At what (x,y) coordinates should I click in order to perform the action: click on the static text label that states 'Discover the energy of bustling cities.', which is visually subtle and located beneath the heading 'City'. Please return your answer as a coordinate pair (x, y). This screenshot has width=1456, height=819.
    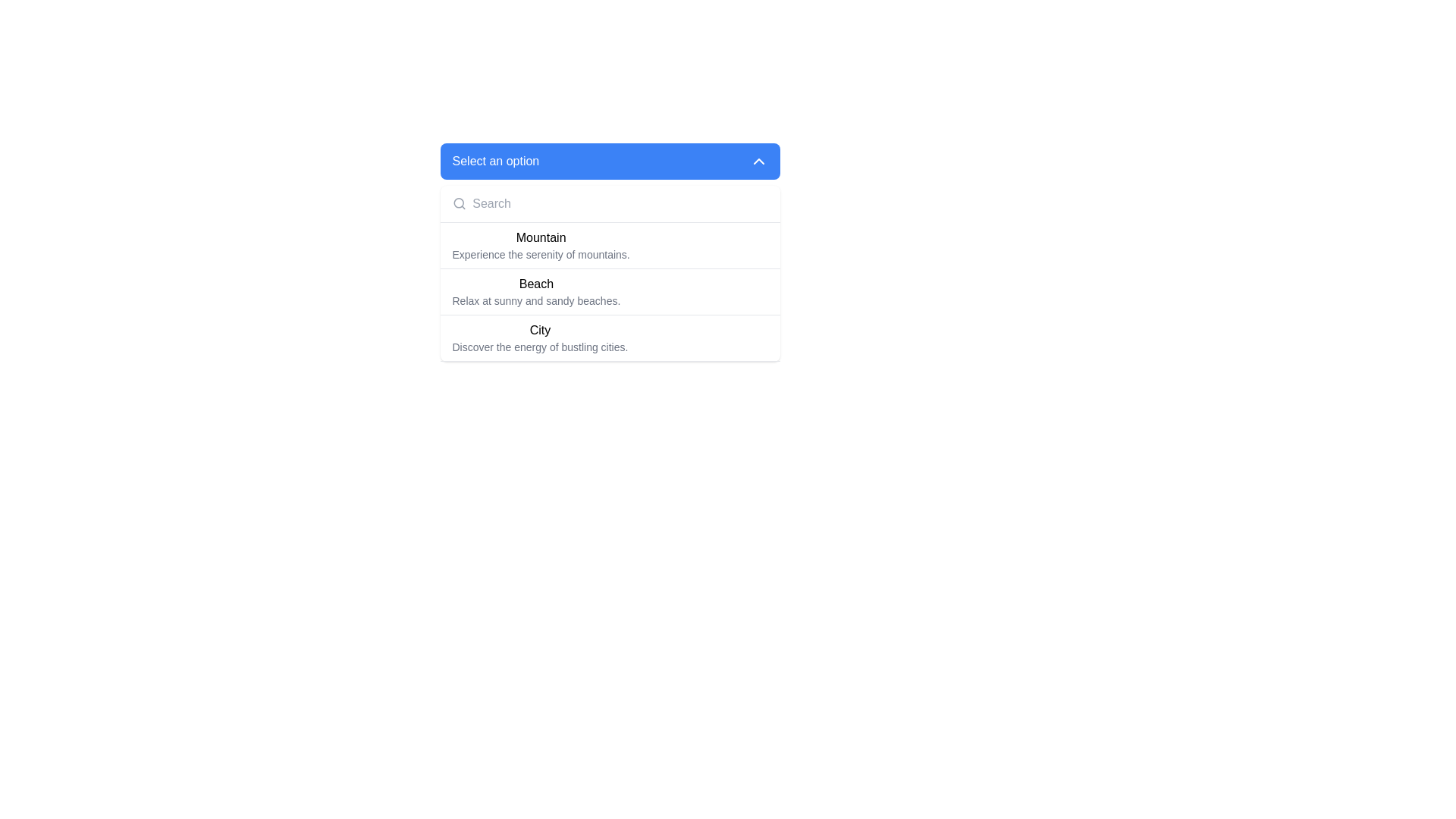
    Looking at the image, I should click on (540, 347).